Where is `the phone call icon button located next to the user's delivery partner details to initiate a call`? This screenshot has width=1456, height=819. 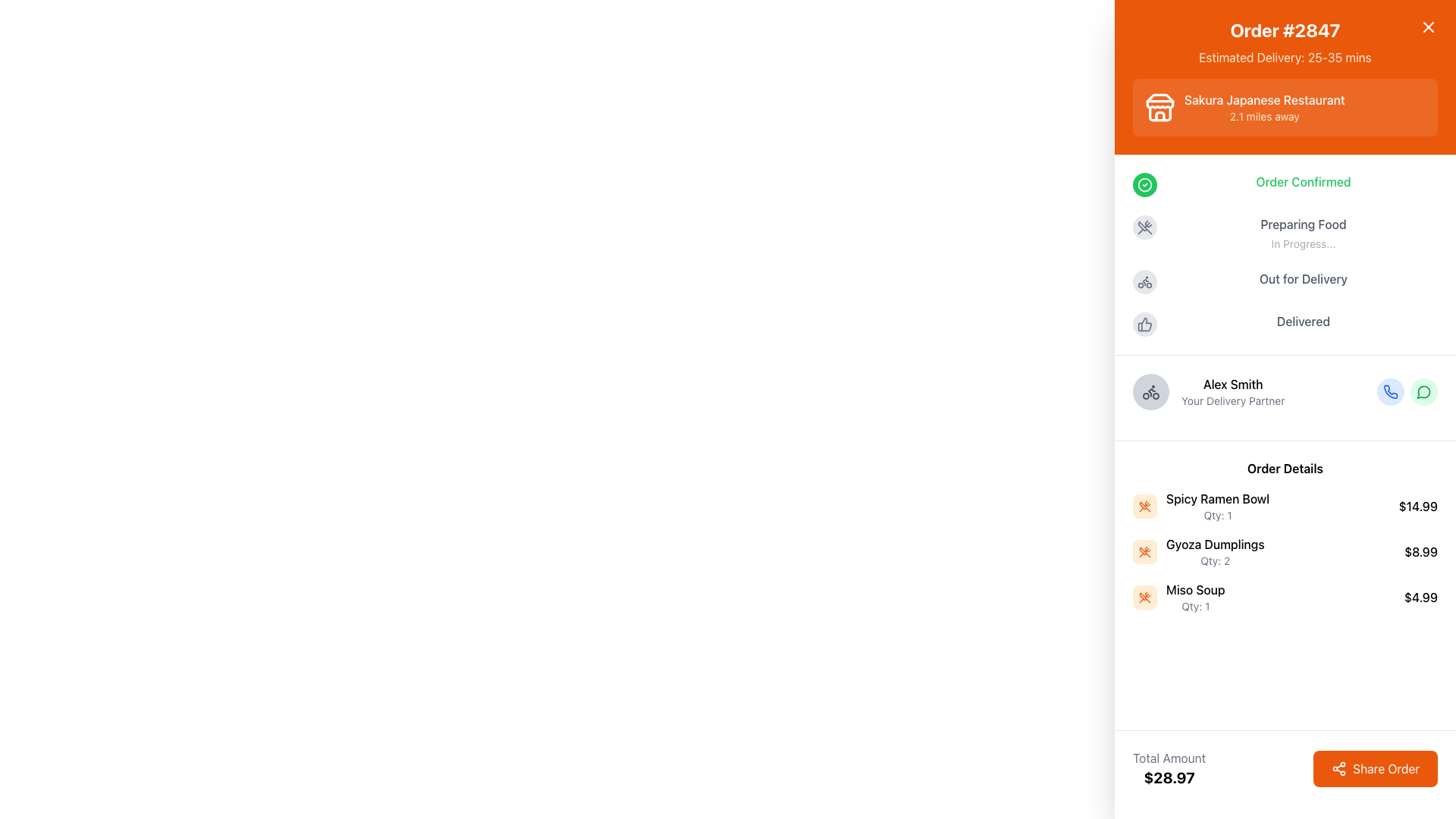
the phone call icon button located next to the user's delivery partner details to initiate a call is located at coordinates (1390, 391).